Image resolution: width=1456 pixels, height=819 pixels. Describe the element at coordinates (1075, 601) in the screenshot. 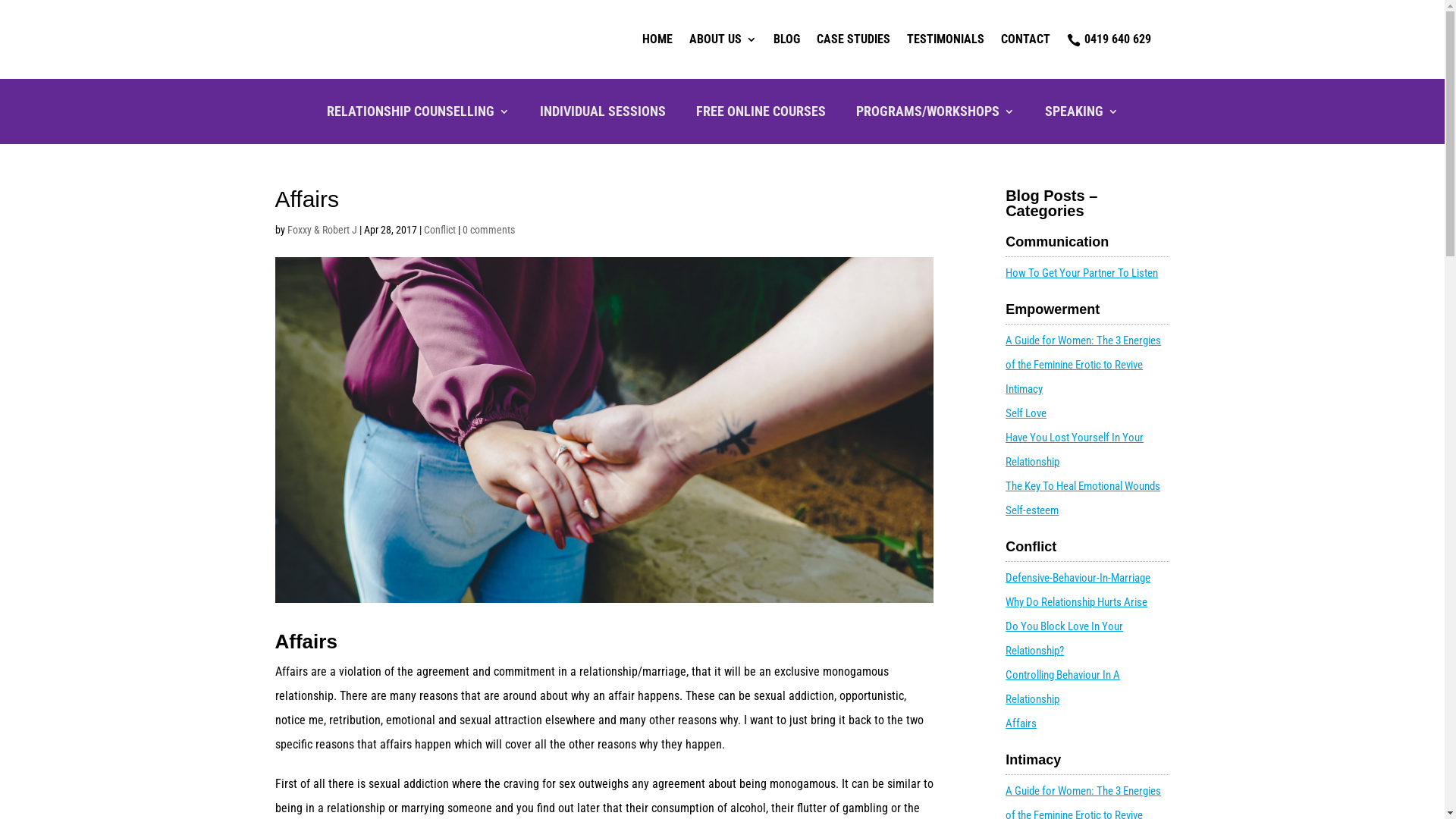

I see `'Why Do Relationship Hurts Arise'` at that location.